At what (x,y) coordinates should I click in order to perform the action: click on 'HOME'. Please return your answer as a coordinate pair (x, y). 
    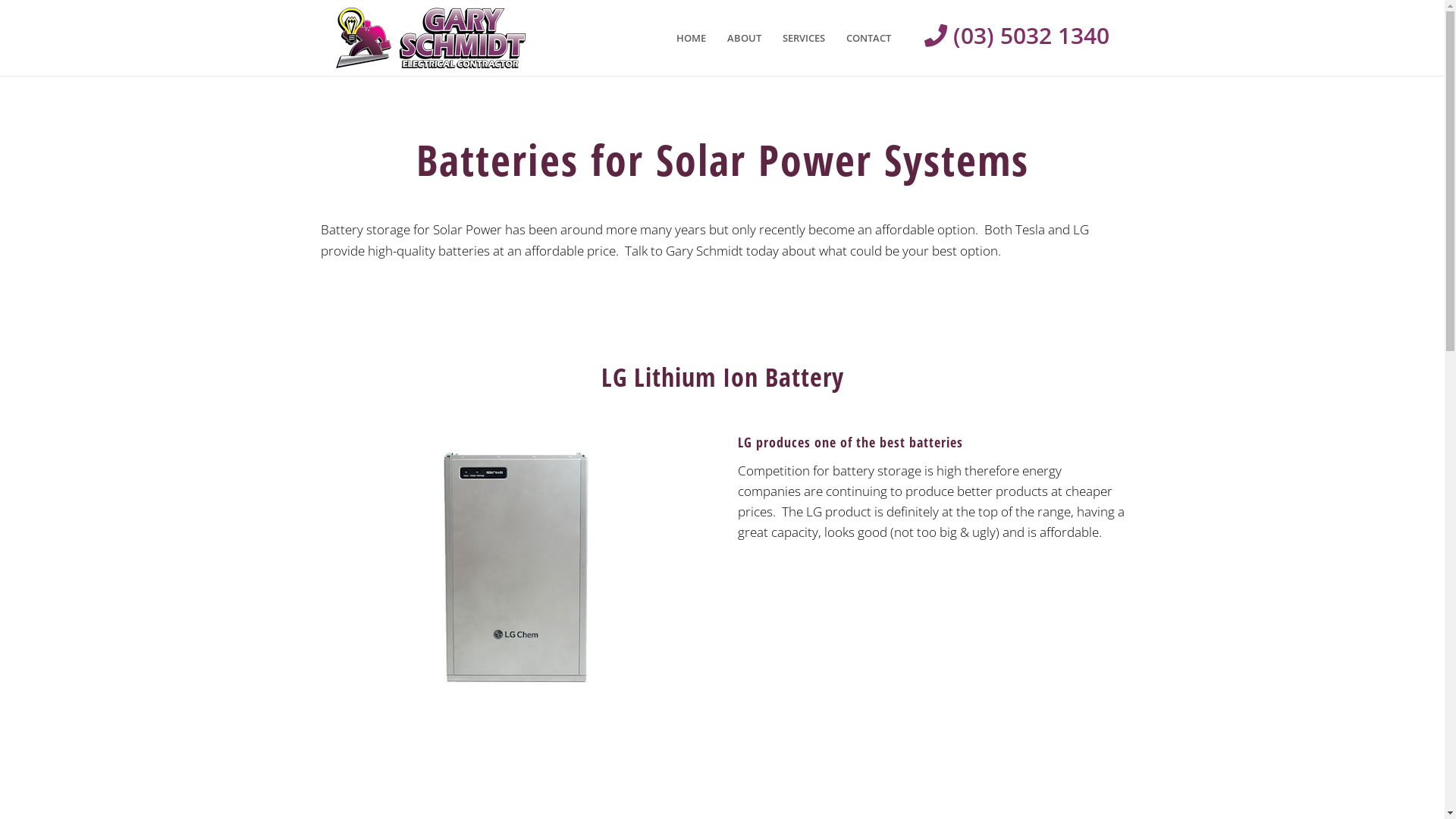
    Looking at the image, I should click on (666, 37).